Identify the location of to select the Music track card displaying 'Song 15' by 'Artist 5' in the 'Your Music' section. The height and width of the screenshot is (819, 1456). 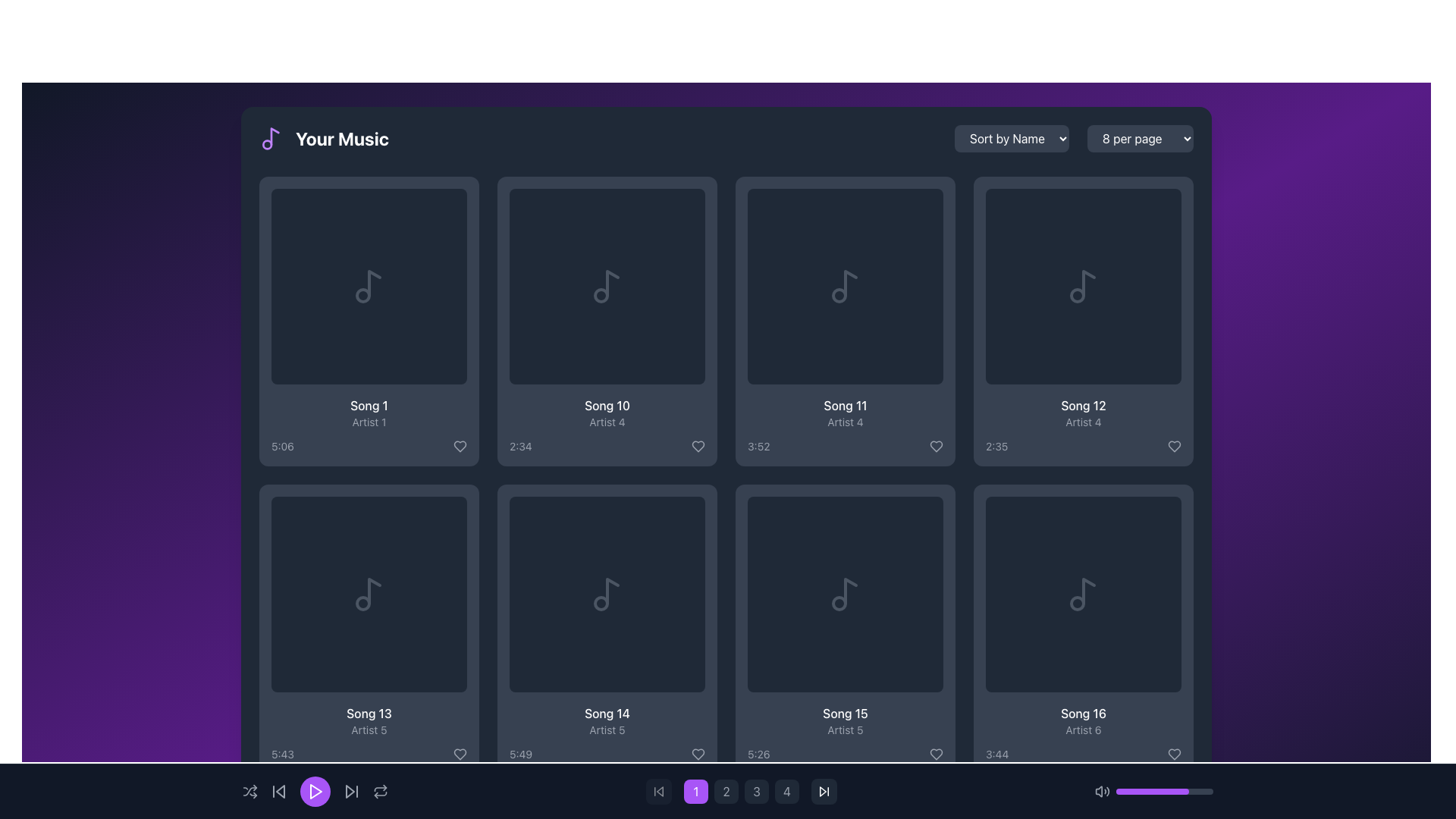
(844, 629).